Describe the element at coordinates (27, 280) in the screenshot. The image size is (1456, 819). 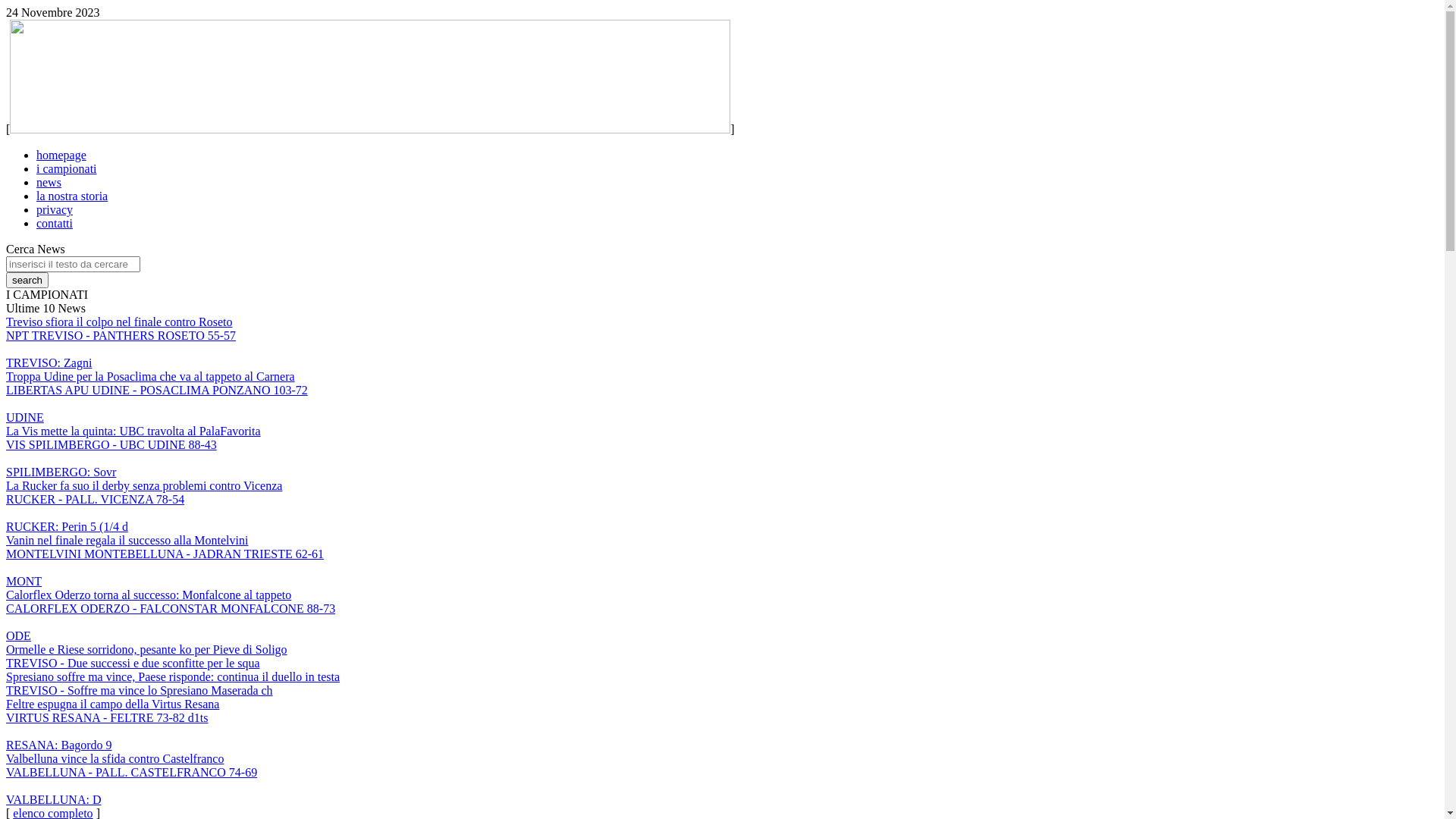
I see `'search'` at that location.